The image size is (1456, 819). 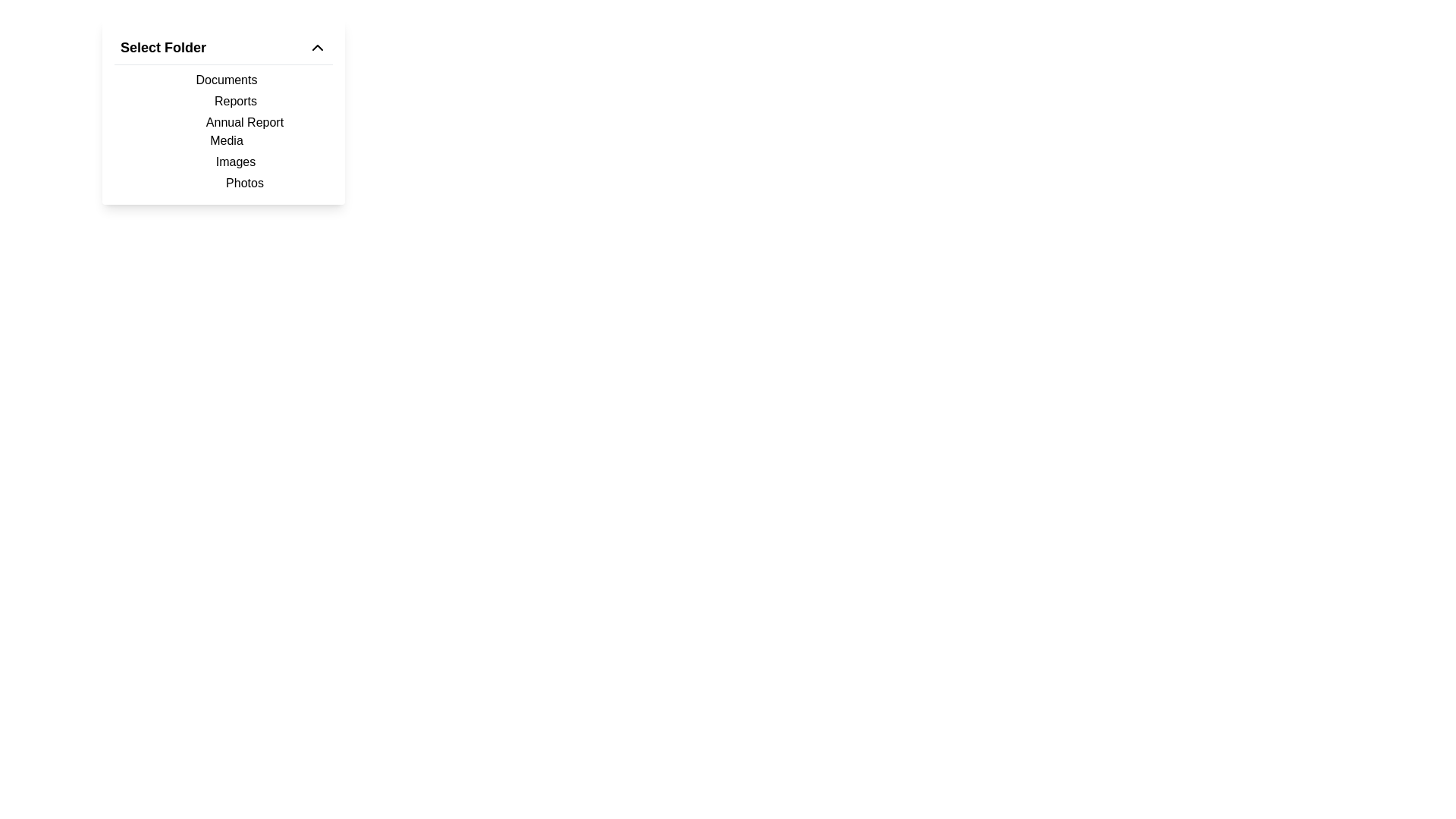 What do you see at coordinates (222, 111) in the screenshot?
I see `the second option in the 'Select Folder' dropdown list, which is a selectable text label under 'Documents' and above 'Annual Report'` at bounding box center [222, 111].